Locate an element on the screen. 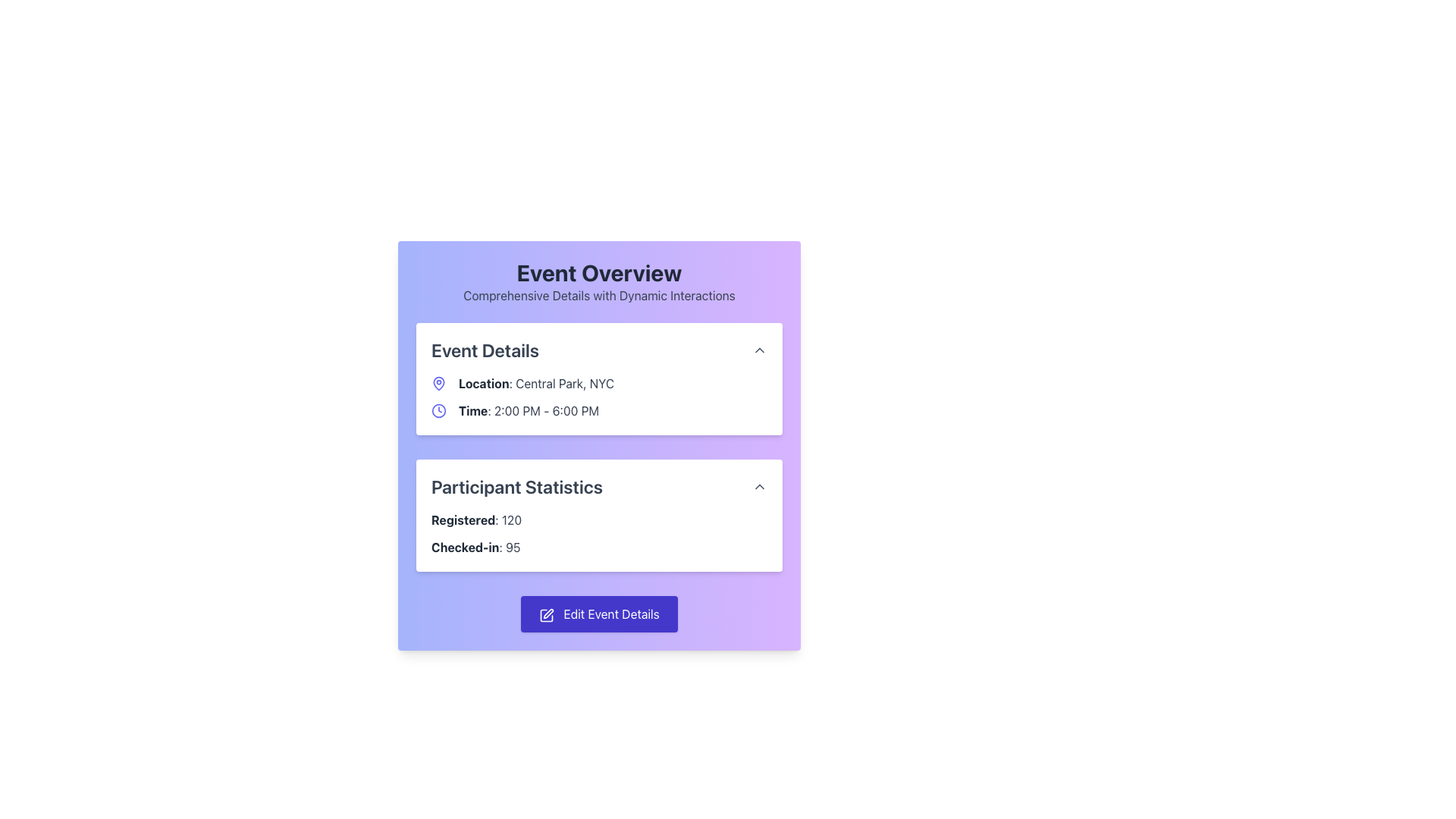 This screenshot has width=1456, height=819. the SVG-based graphic icon that indicates the functionality of the 'Edit Event Details' button, located immediately before the button at the bottom center of the interface is located at coordinates (548, 613).